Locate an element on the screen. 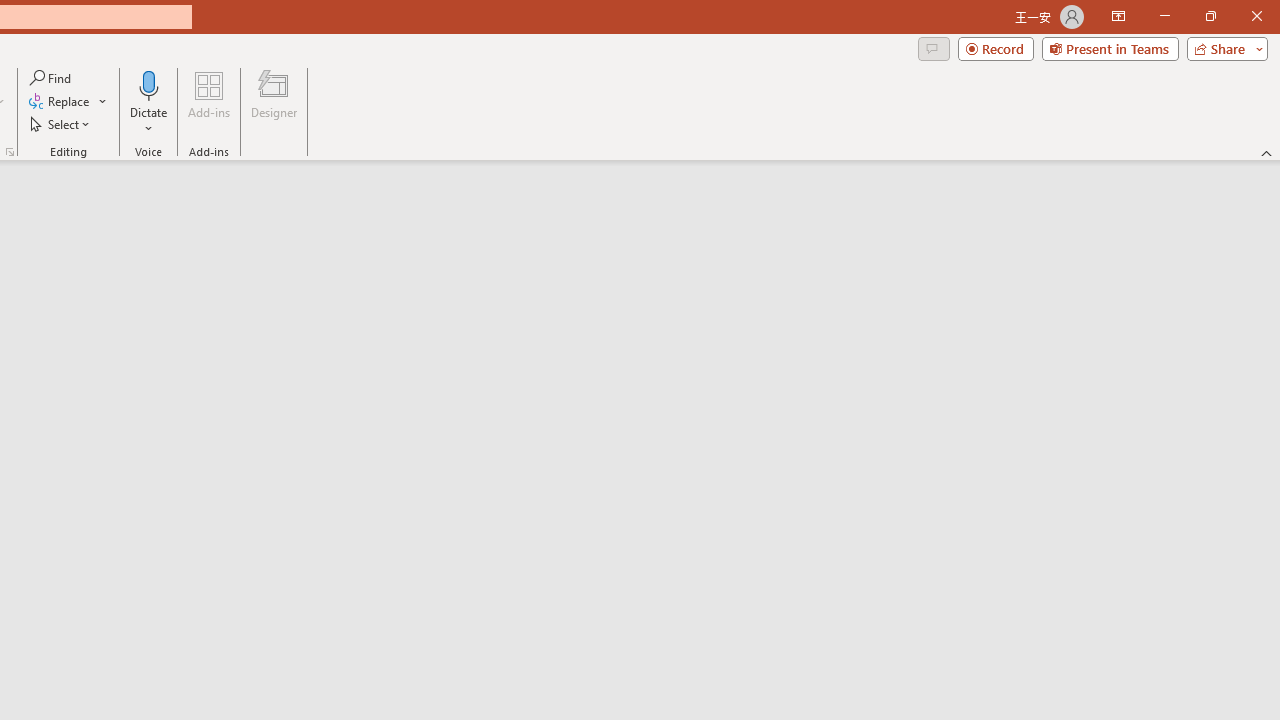  'Record' is located at coordinates (995, 47).